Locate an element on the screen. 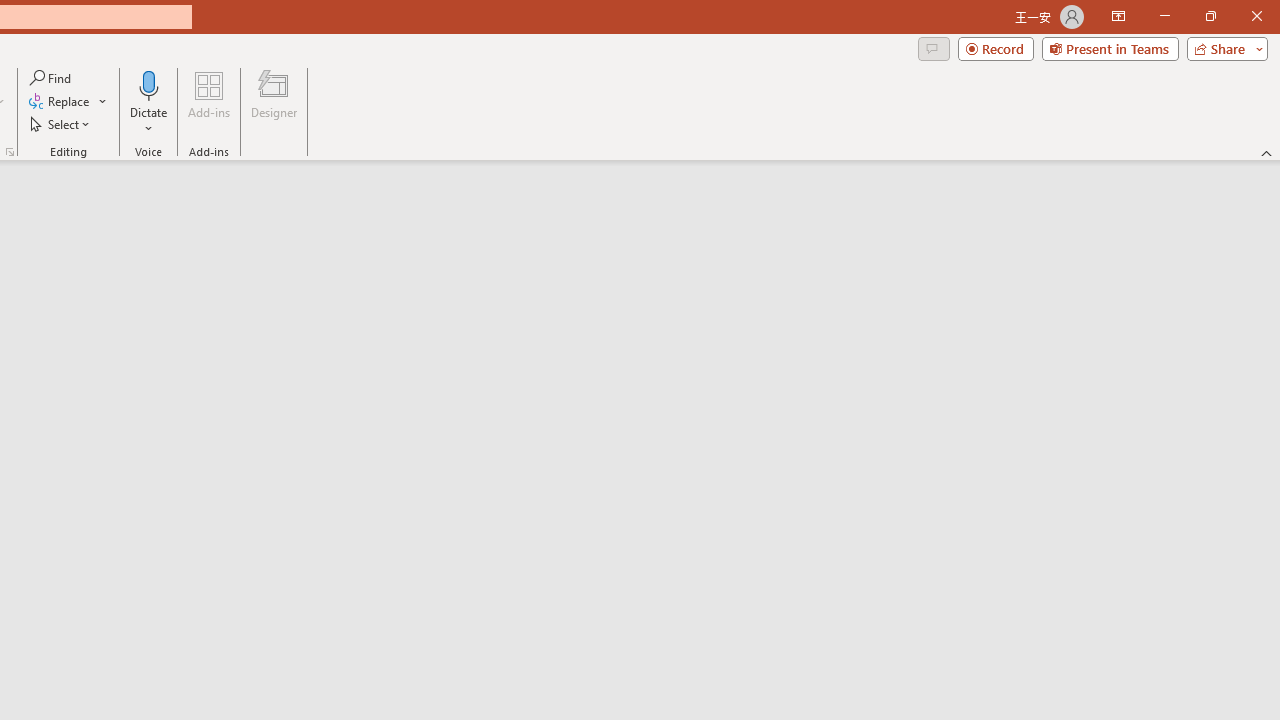  'Record' is located at coordinates (995, 47).